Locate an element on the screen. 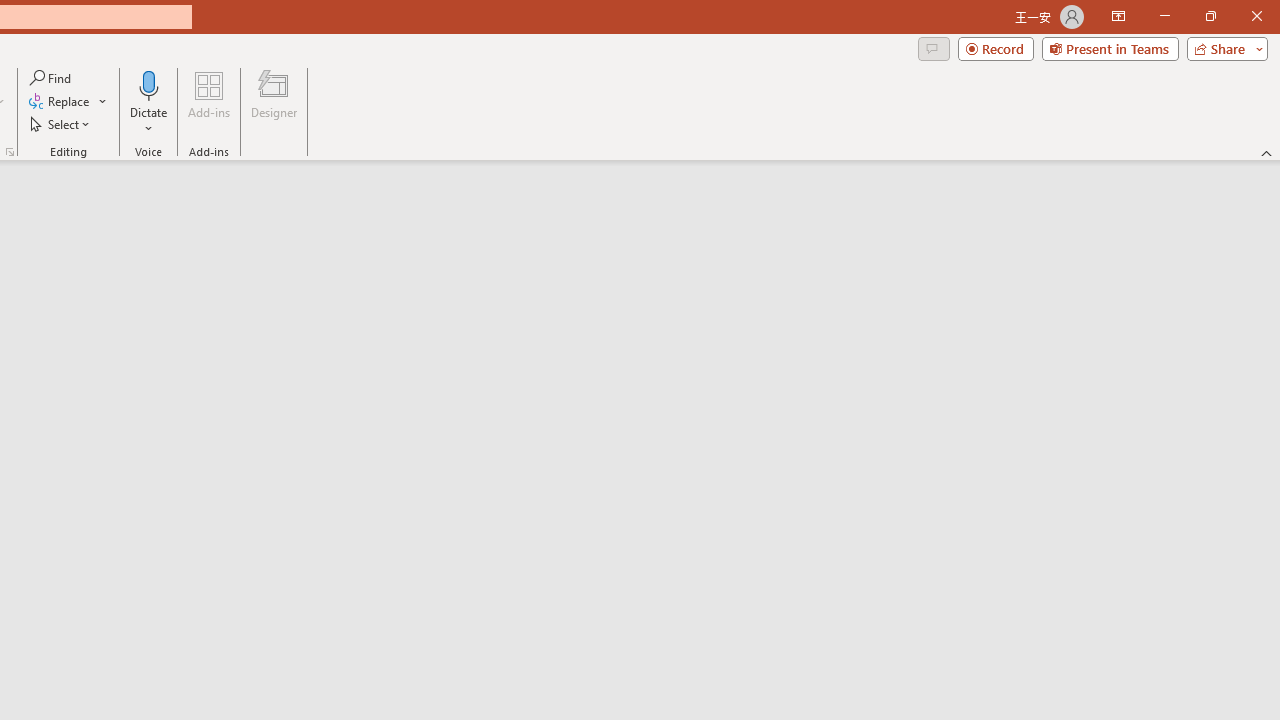  'Record' is located at coordinates (995, 47).